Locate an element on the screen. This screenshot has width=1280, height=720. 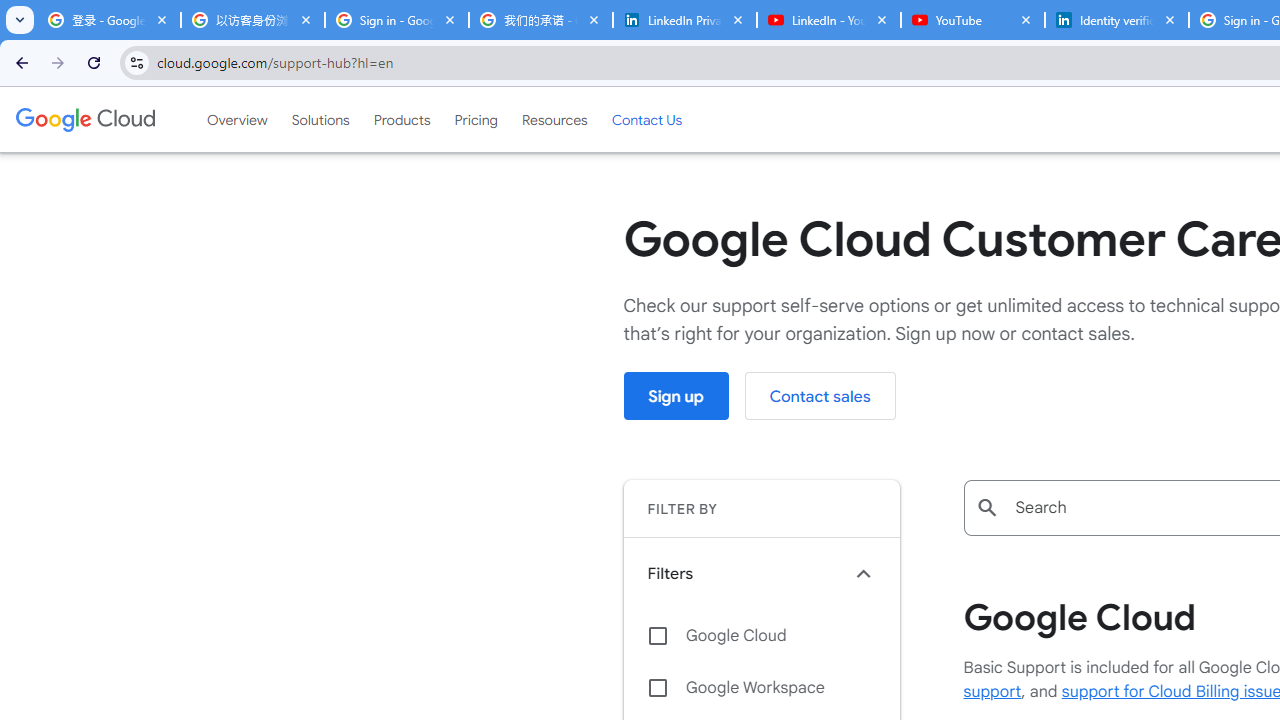
'LinkedIn - YouTube' is located at coordinates (828, 20).